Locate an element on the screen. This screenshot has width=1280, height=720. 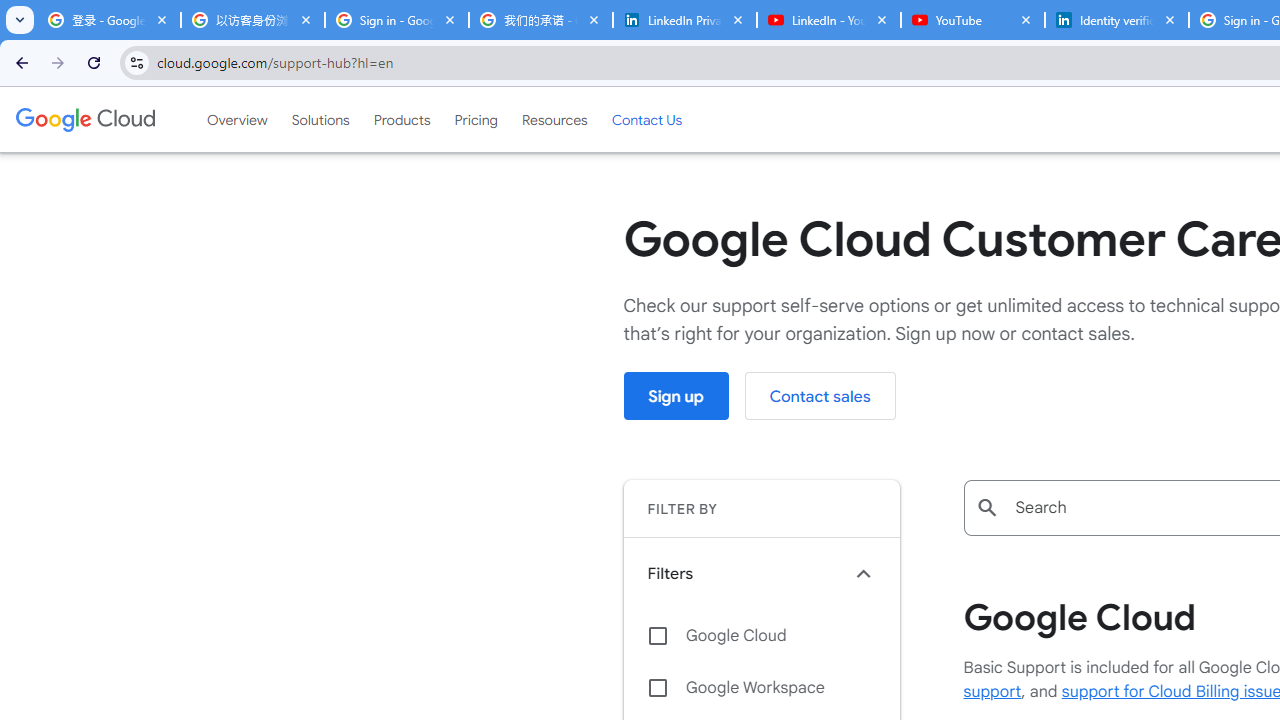
'LinkedIn - YouTube' is located at coordinates (828, 20).